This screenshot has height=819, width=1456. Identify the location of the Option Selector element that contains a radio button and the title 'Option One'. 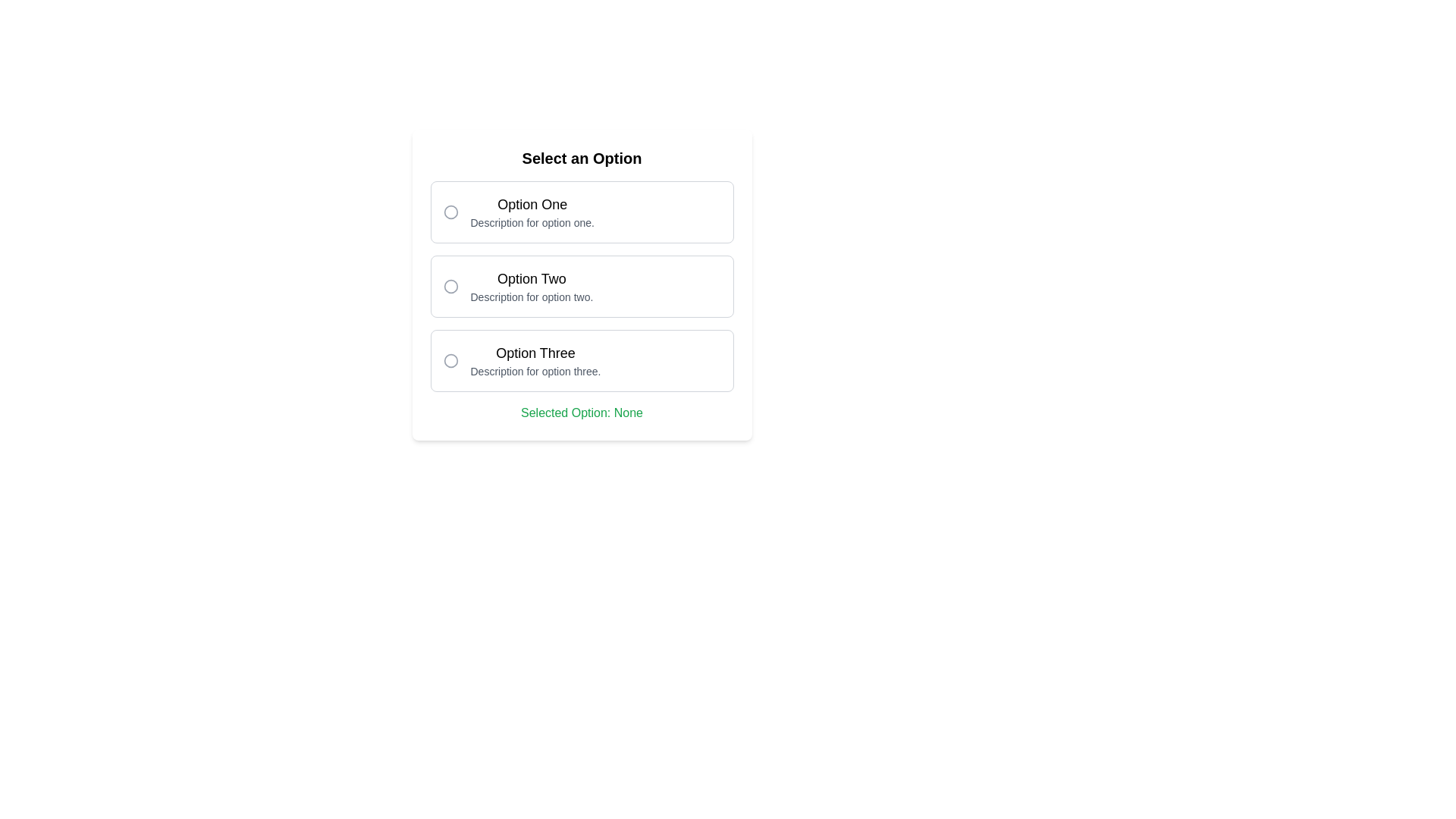
(581, 212).